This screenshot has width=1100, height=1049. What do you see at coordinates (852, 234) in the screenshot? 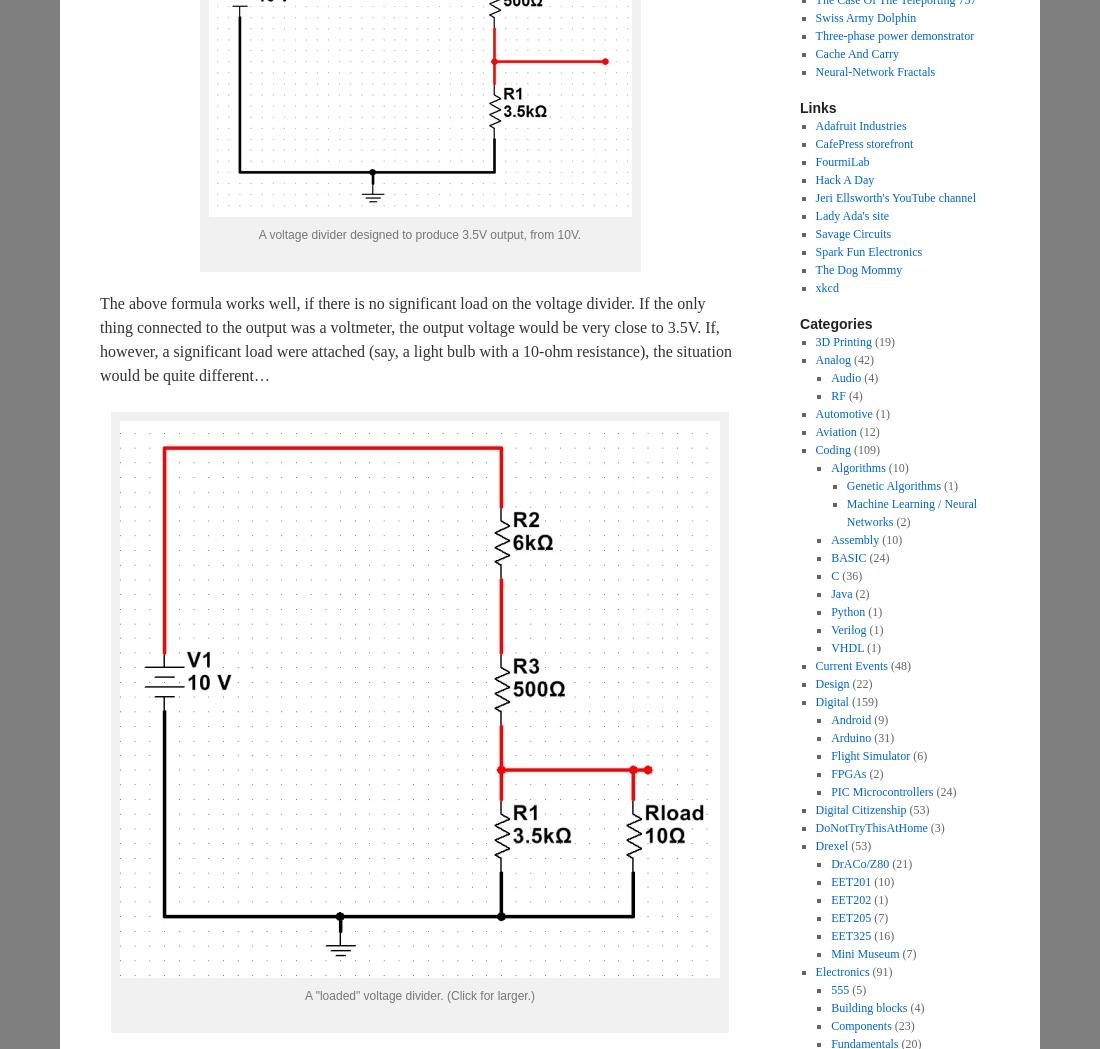
I see `'Savage Circuits'` at bounding box center [852, 234].